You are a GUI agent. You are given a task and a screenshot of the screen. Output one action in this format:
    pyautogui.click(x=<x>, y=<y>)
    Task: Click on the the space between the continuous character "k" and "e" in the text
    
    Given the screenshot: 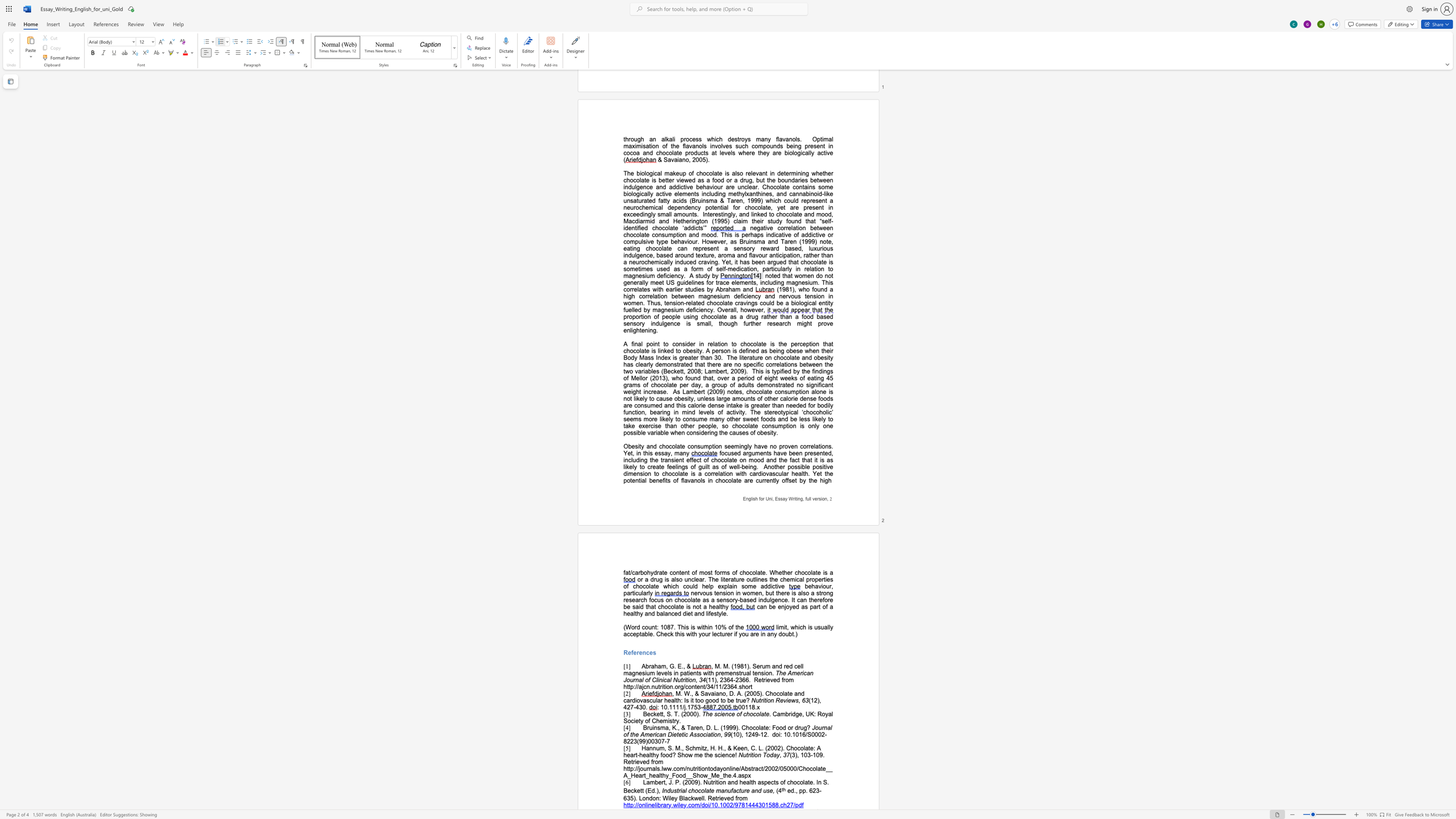 What is the action you would take?
    pyautogui.click(x=656, y=714)
    